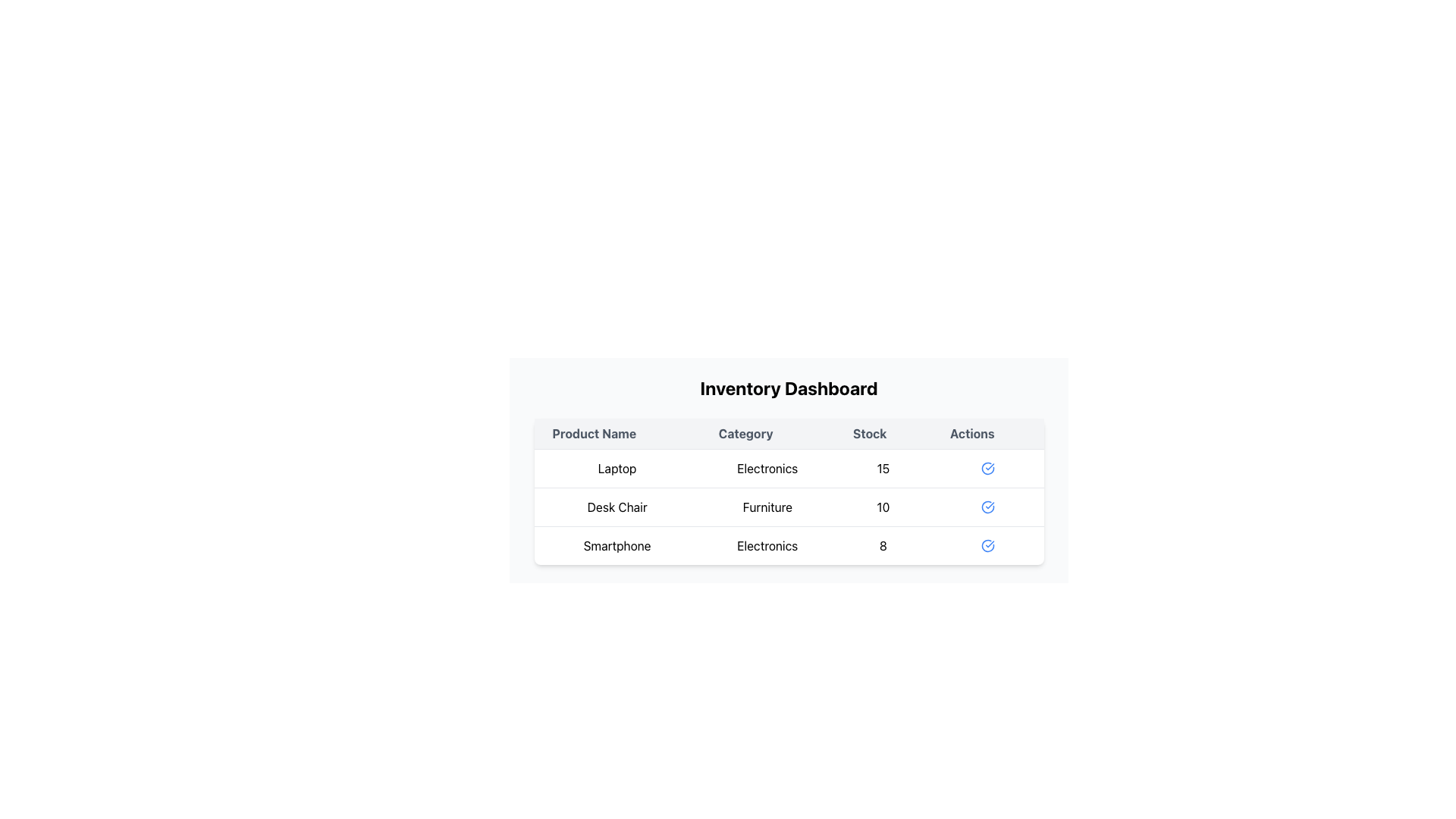  I want to click on the static text displaying the available stock quantity of 15 for the product 'Laptop', located in the third column of the first row of the table, adjacent to 'Electronics' and 'Actions', so click(883, 467).